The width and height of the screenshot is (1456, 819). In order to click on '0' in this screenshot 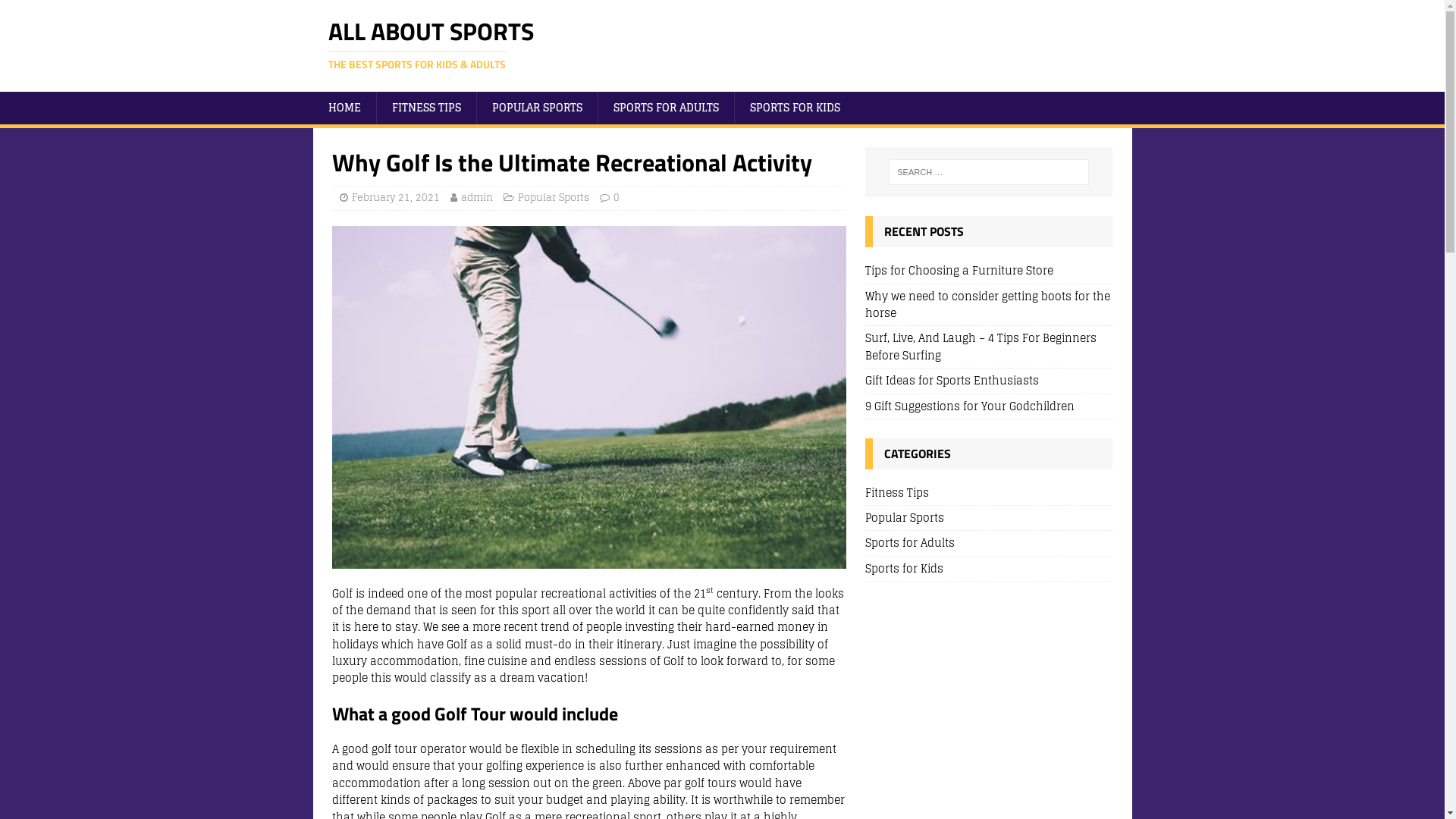, I will do `click(615, 196)`.